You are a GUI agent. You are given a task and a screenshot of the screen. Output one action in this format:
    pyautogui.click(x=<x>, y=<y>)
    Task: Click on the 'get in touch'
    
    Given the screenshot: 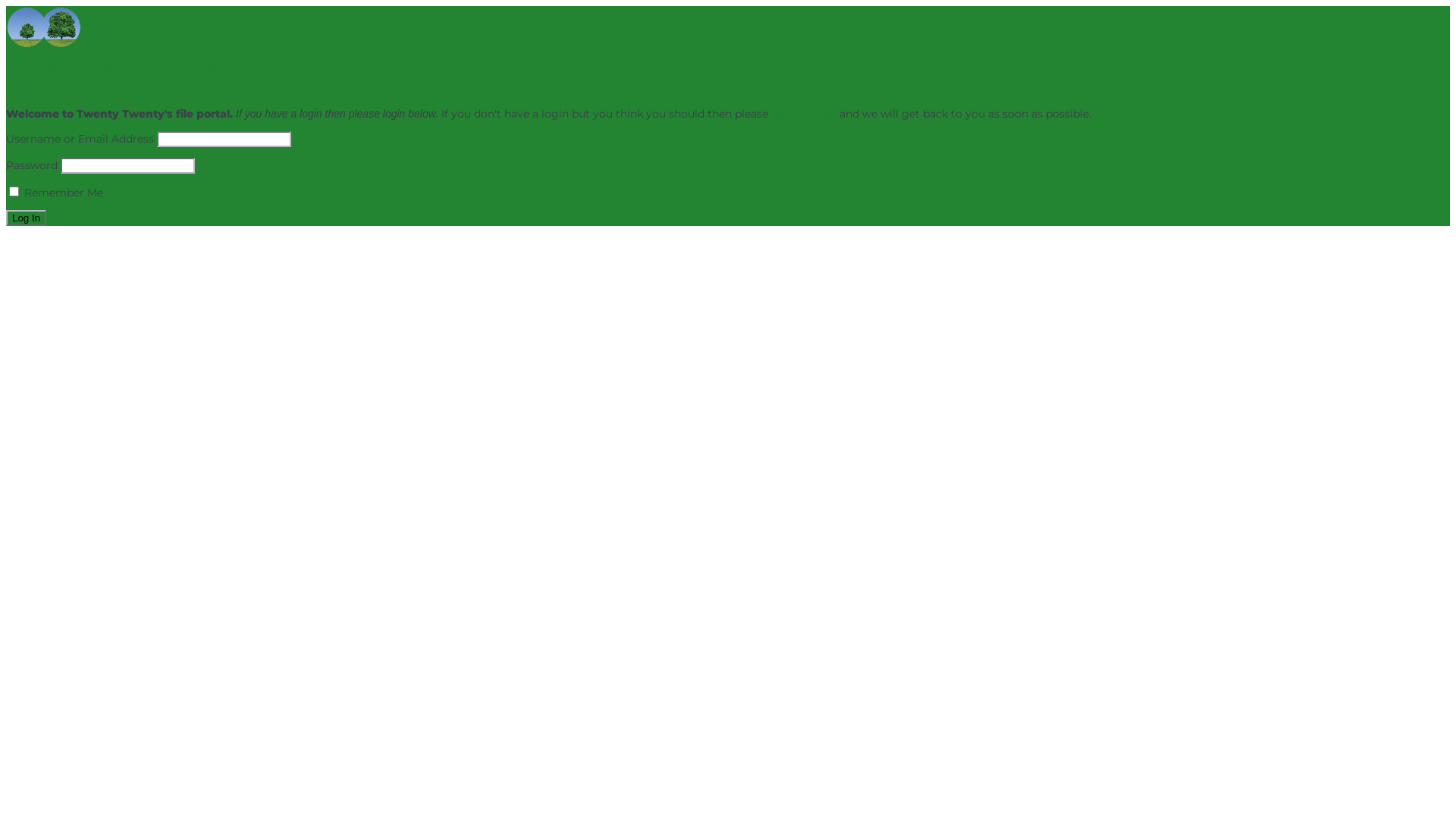 What is the action you would take?
    pyautogui.click(x=803, y=113)
    